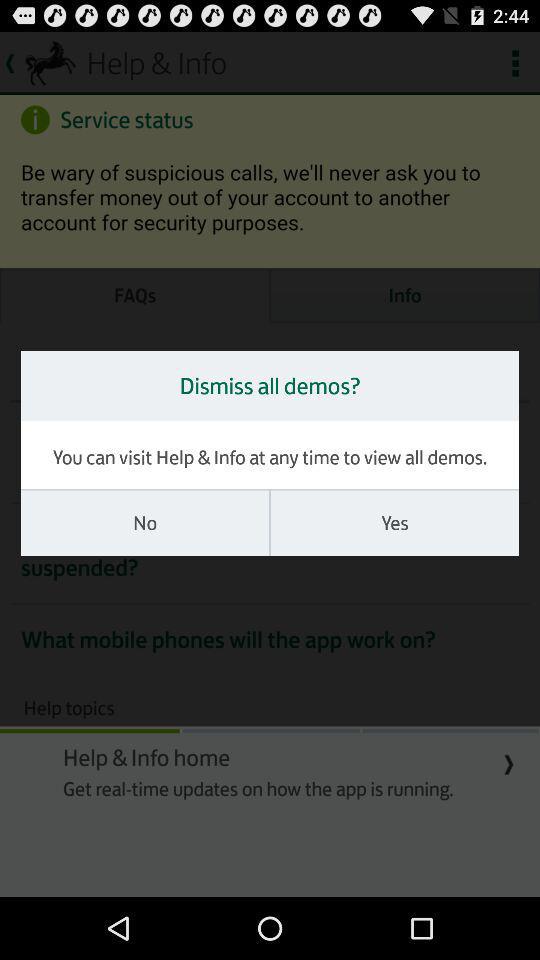 This screenshot has height=960, width=540. I want to click on yes item, so click(394, 522).